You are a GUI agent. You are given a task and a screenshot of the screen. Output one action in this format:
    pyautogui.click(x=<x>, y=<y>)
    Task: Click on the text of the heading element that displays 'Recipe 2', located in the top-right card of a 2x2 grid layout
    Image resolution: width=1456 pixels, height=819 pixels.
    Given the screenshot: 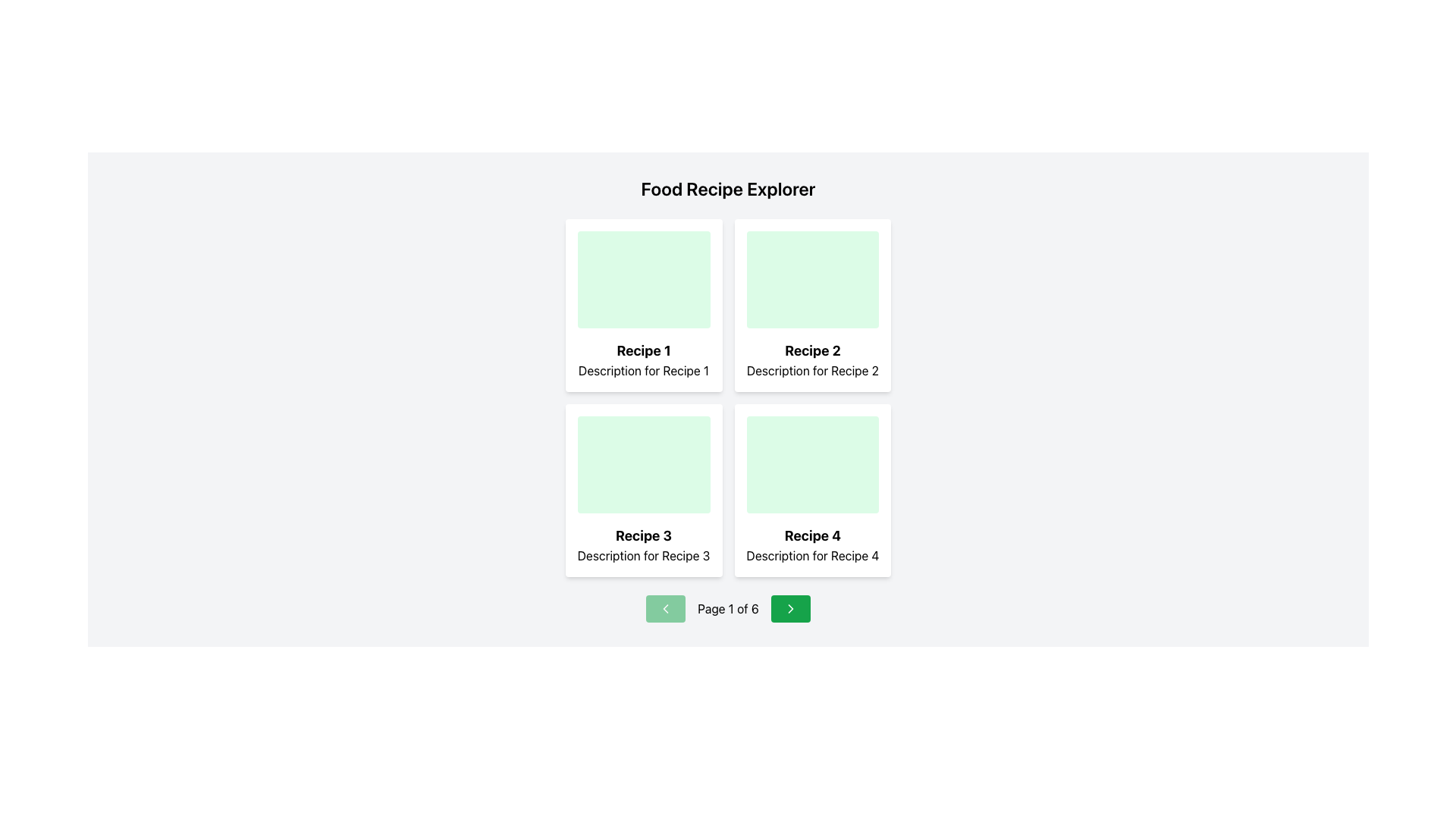 What is the action you would take?
    pyautogui.click(x=811, y=350)
    